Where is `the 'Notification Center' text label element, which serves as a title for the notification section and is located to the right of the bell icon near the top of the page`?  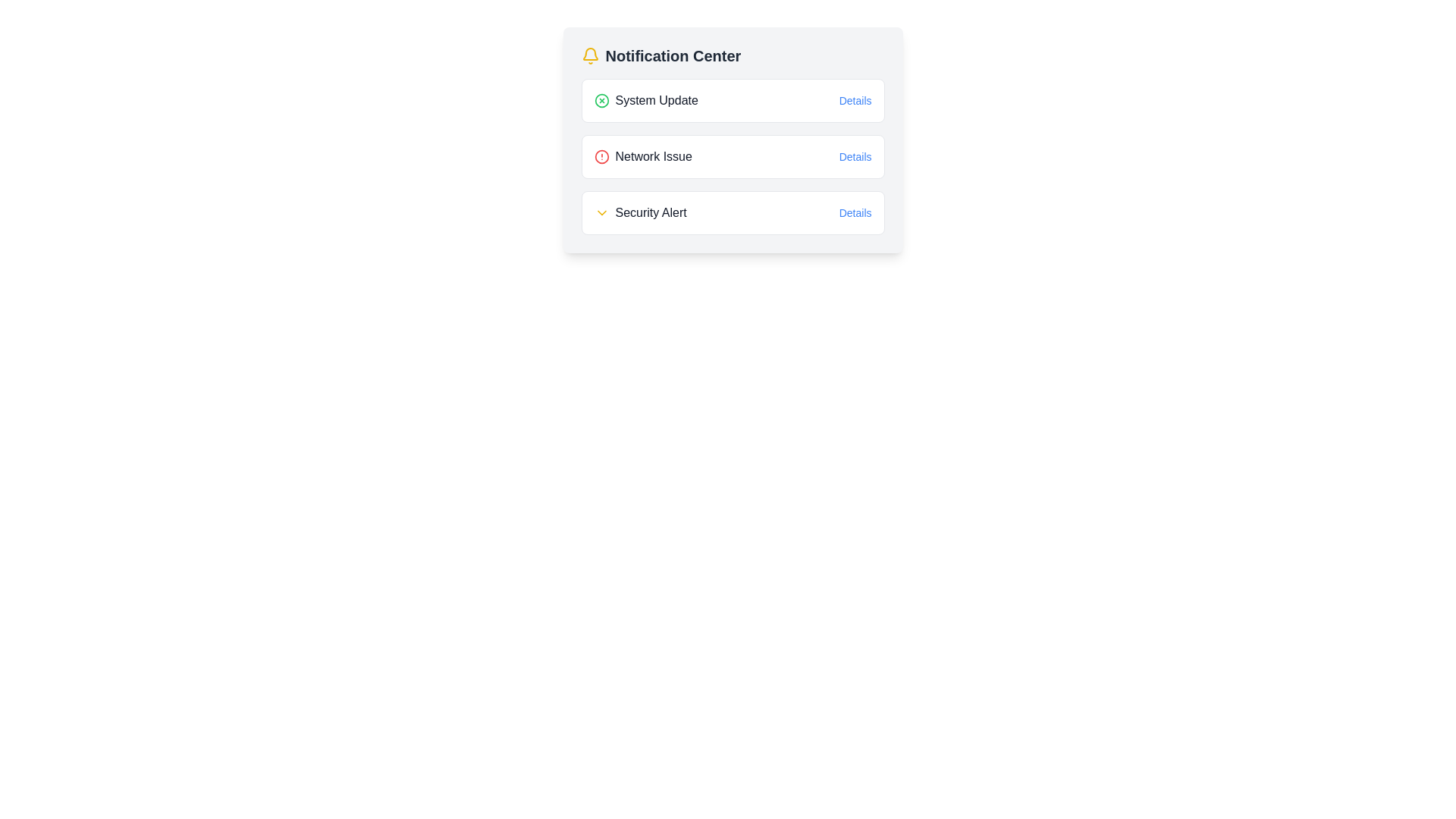
the 'Notification Center' text label element, which serves as a title for the notification section and is located to the right of the bell icon near the top of the page is located at coordinates (673, 55).